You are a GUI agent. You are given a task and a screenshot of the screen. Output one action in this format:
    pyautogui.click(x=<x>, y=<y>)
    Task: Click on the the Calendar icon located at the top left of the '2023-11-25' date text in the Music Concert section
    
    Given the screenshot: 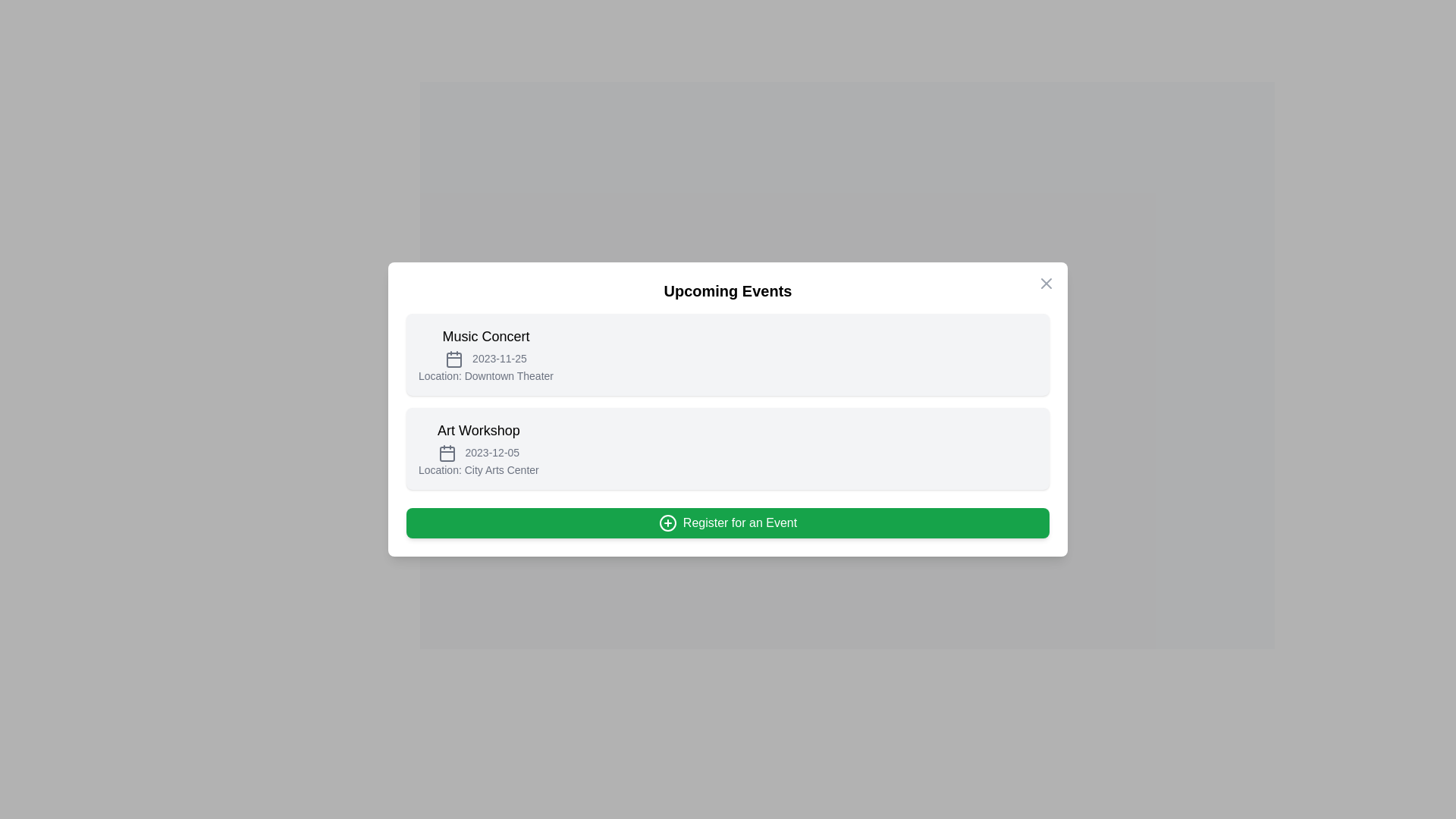 What is the action you would take?
    pyautogui.click(x=453, y=359)
    